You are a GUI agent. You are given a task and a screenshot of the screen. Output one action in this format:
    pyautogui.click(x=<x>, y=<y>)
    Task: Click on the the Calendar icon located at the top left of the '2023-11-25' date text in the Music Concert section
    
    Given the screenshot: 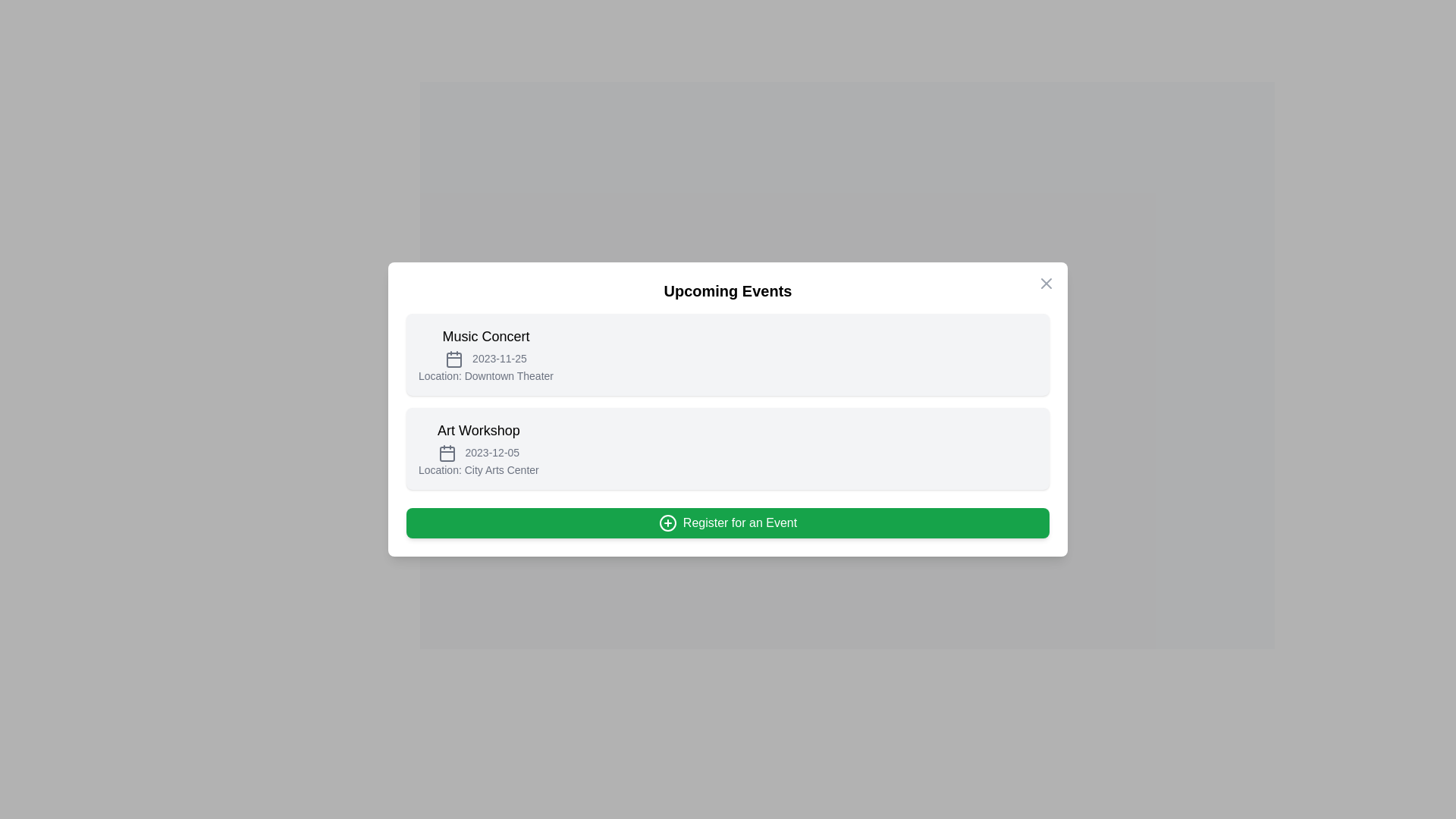 What is the action you would take?
    pyautogui.click(x=453, y=359)
    